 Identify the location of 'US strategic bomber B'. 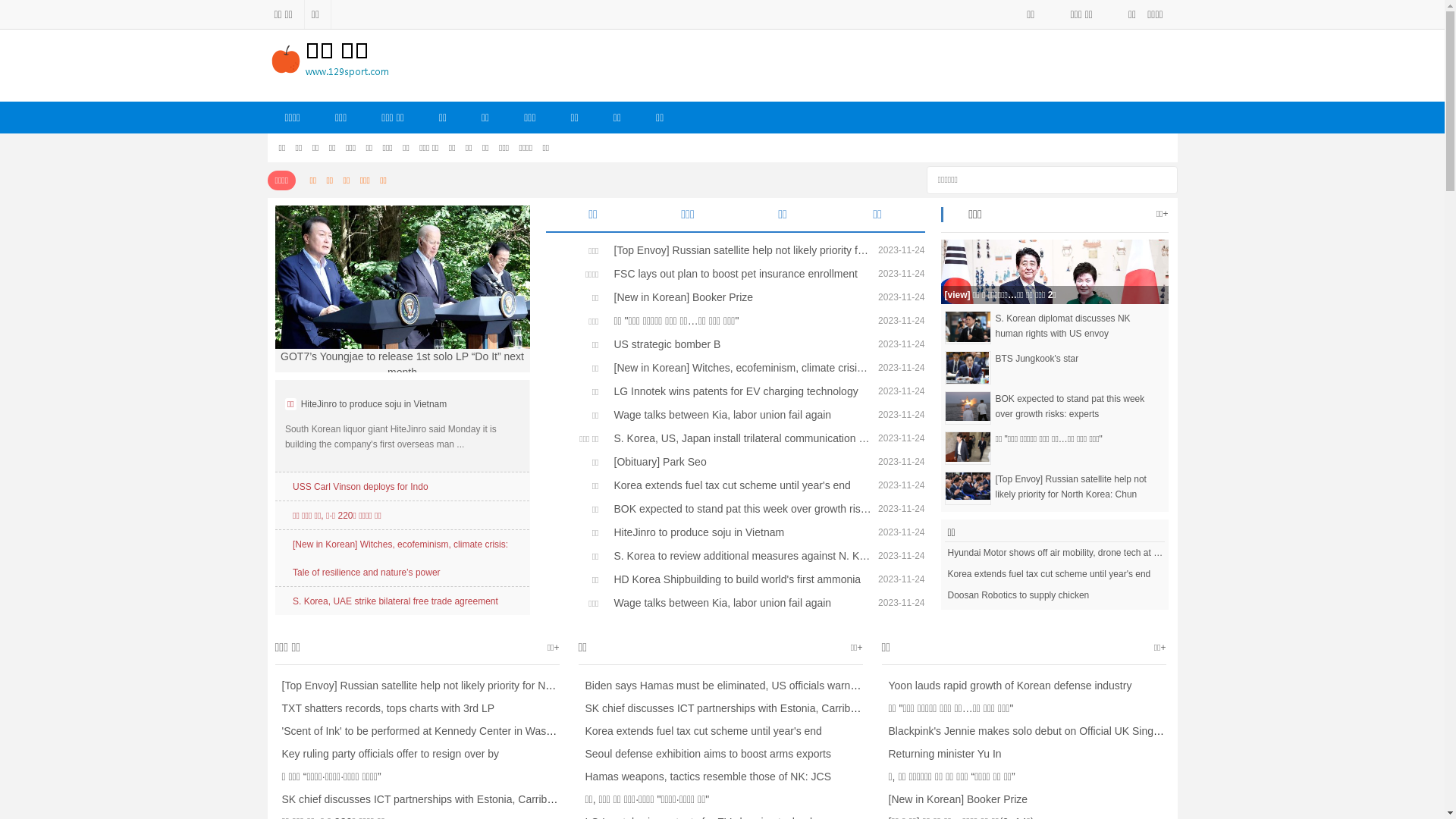
(607, 344).